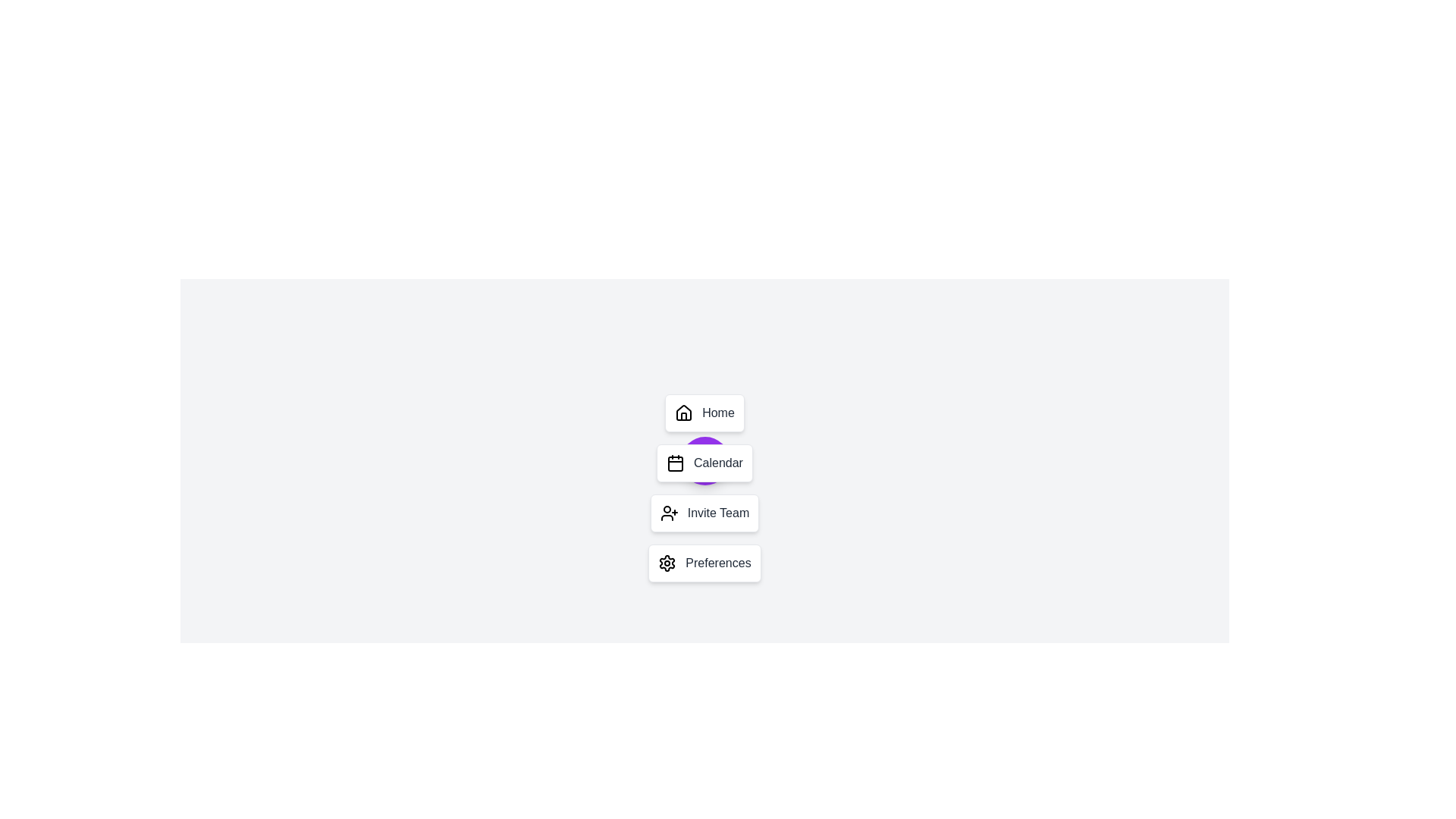  Describe the element at coordinates (668, 513) in the screenshot. I see `the icon for inviting team members located on the left side of the 'Invite Team' card, which is the third card in a vertical list of menu items` at that location.